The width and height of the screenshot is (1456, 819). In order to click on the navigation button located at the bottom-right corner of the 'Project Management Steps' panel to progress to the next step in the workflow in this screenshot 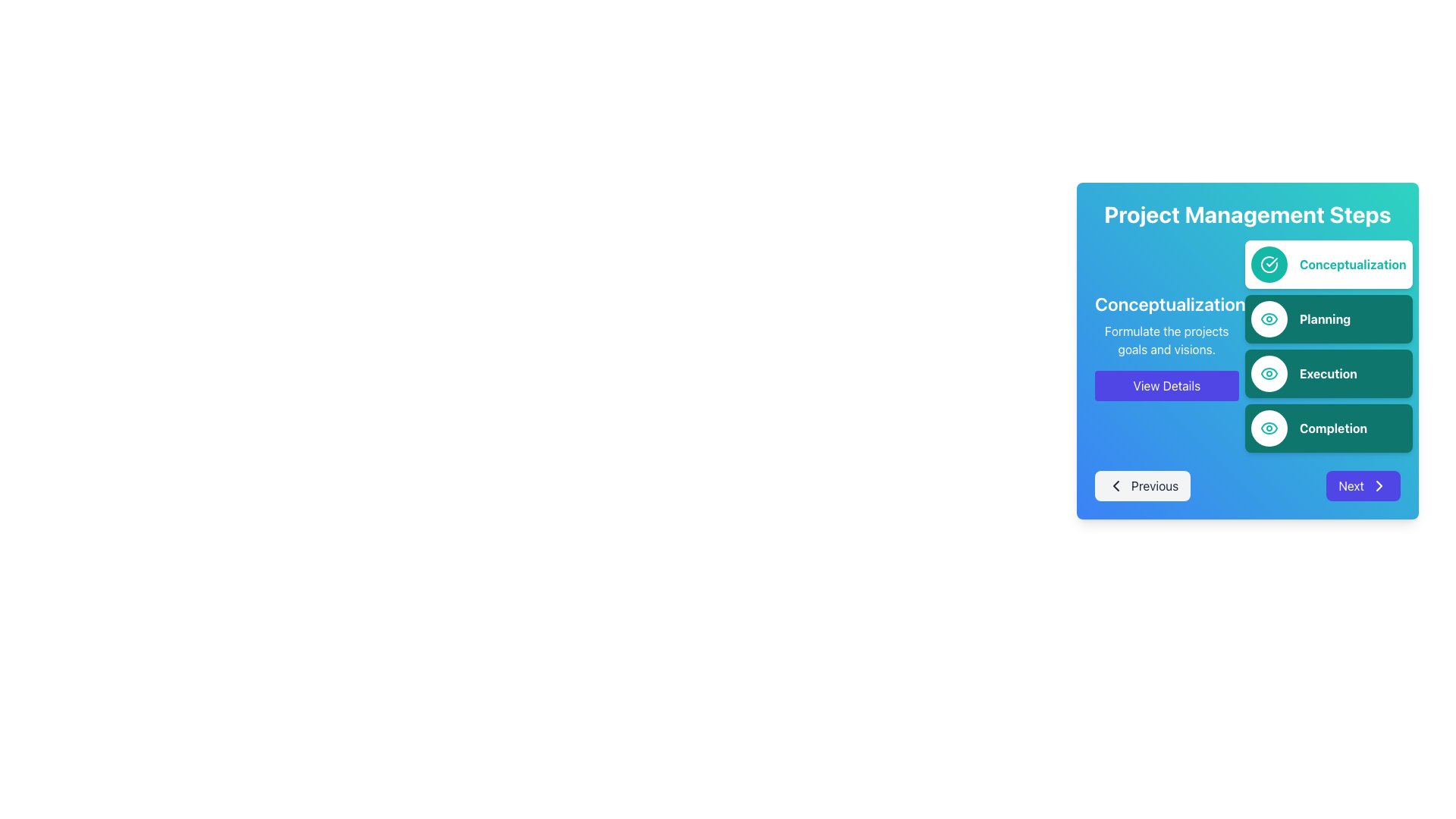, I will do `click(1363, 485)`.